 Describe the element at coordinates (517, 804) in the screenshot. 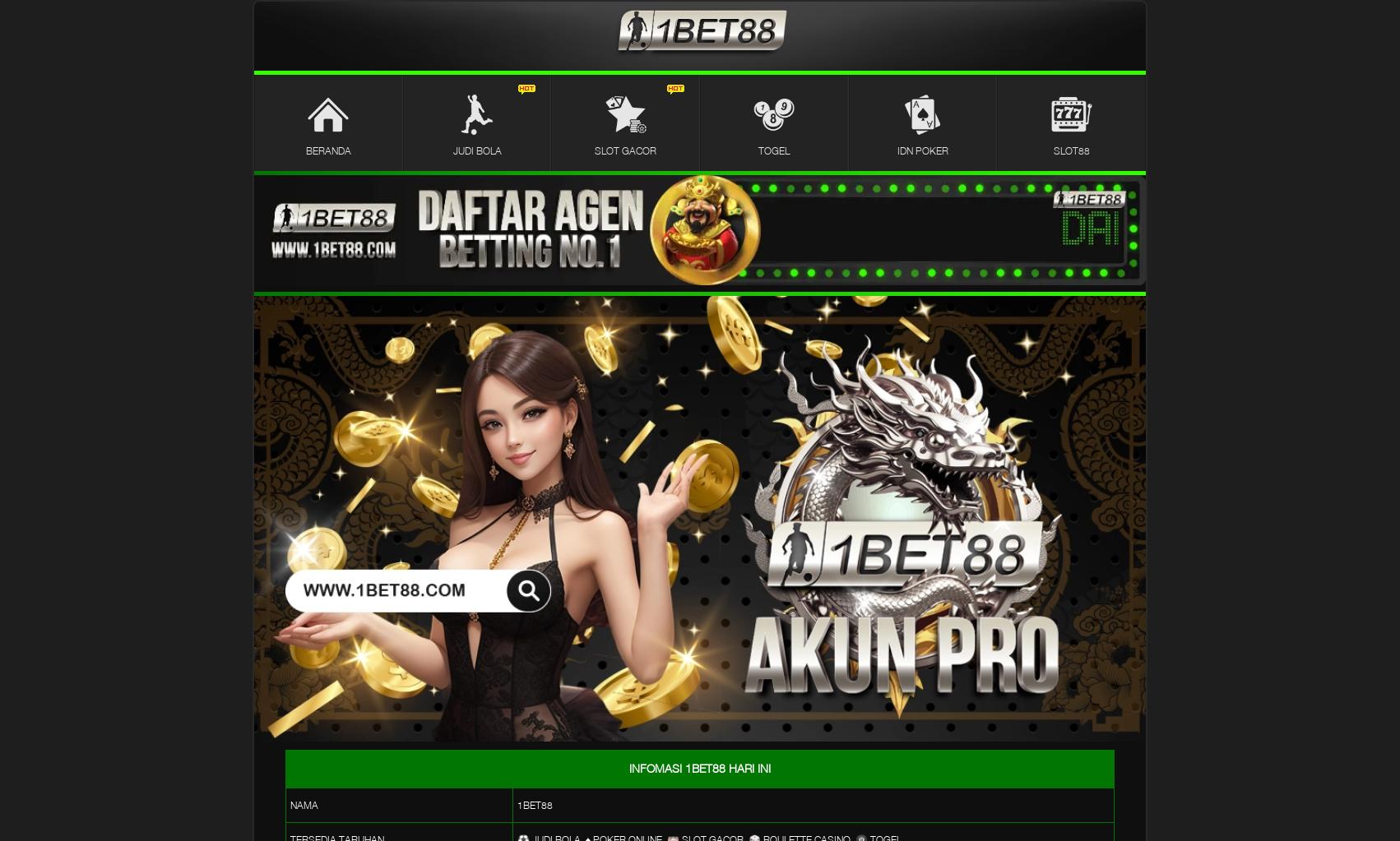

I see `'1BET88'` at that location.